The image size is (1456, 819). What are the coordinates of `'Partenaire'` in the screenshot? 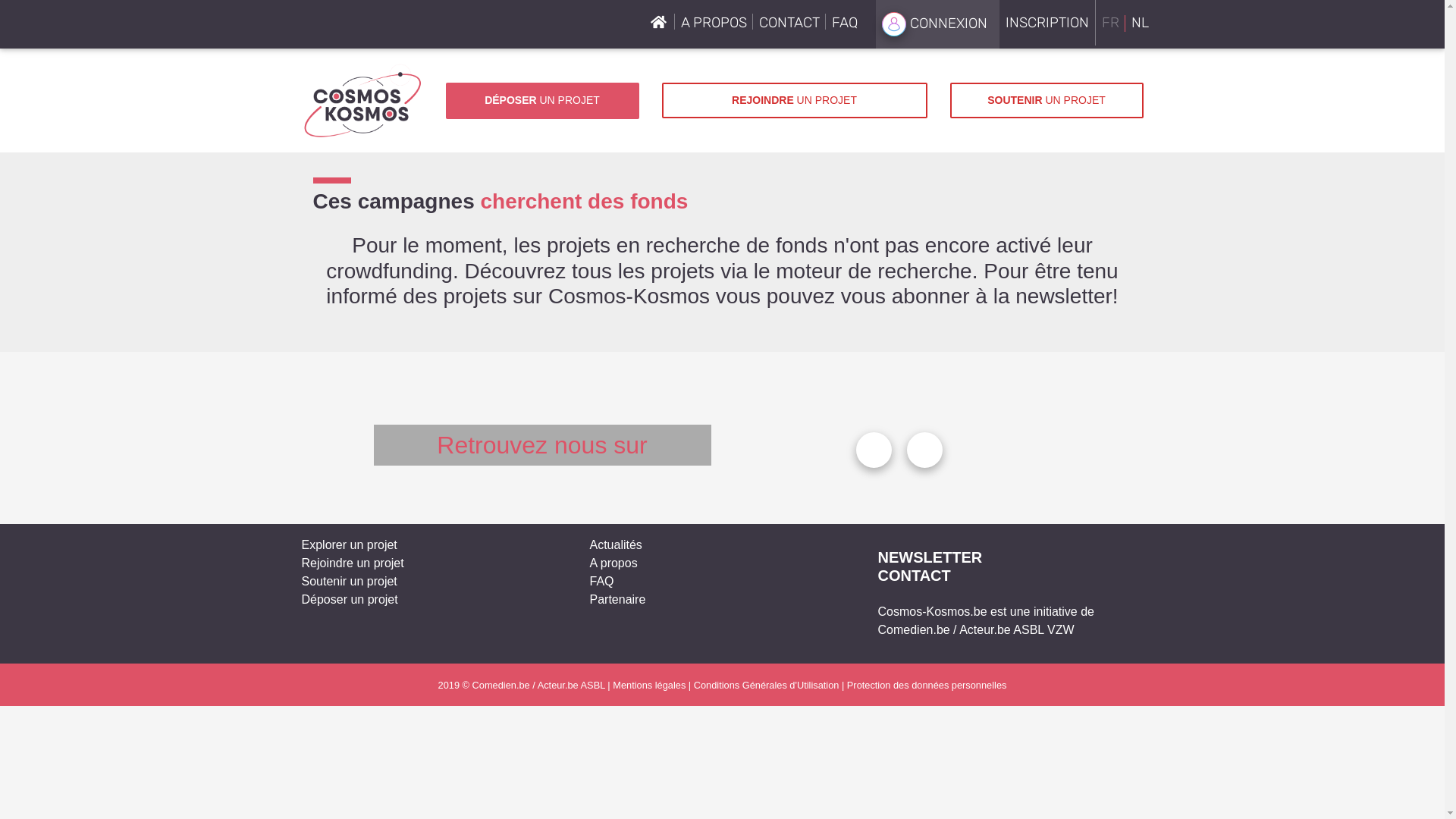 It's located at (618, 598).